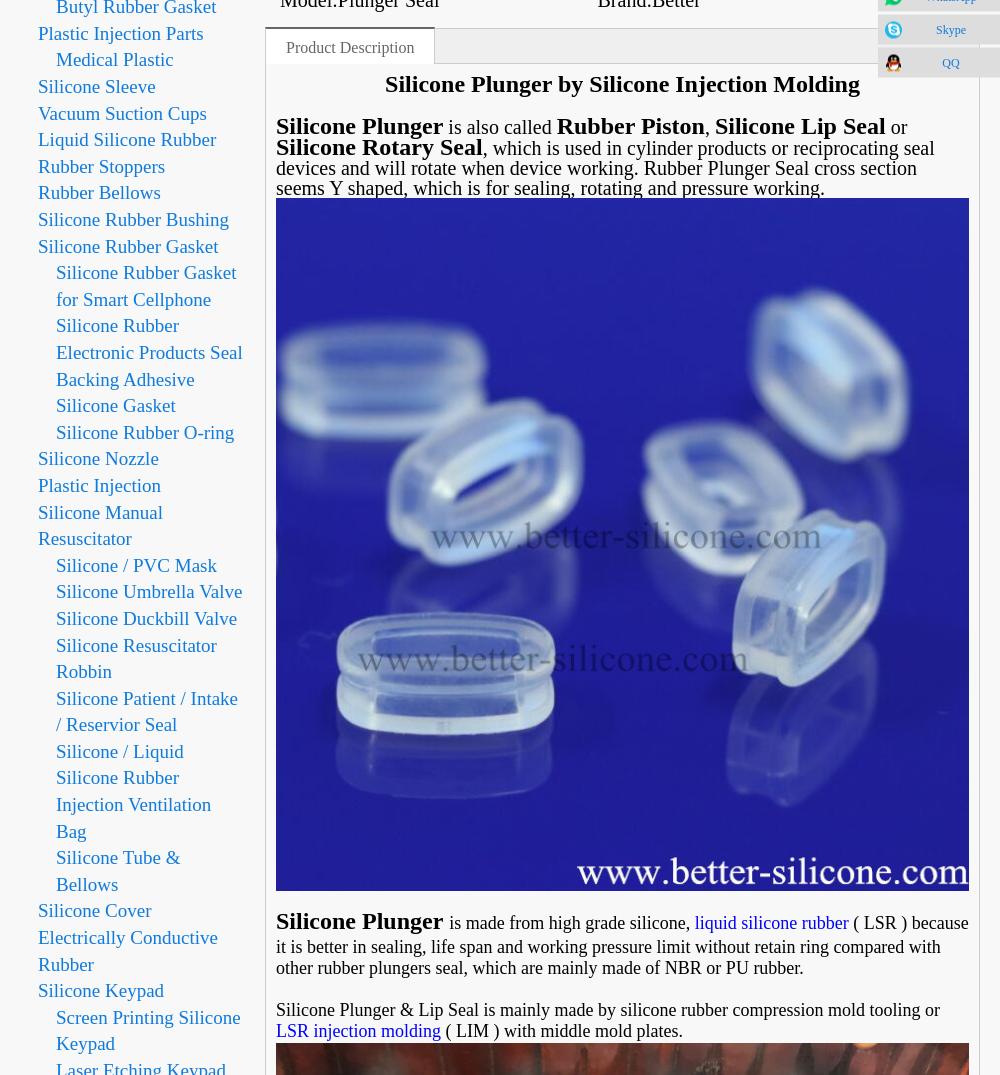  I want to click on 'Silicone Cover', so click(93, 909).